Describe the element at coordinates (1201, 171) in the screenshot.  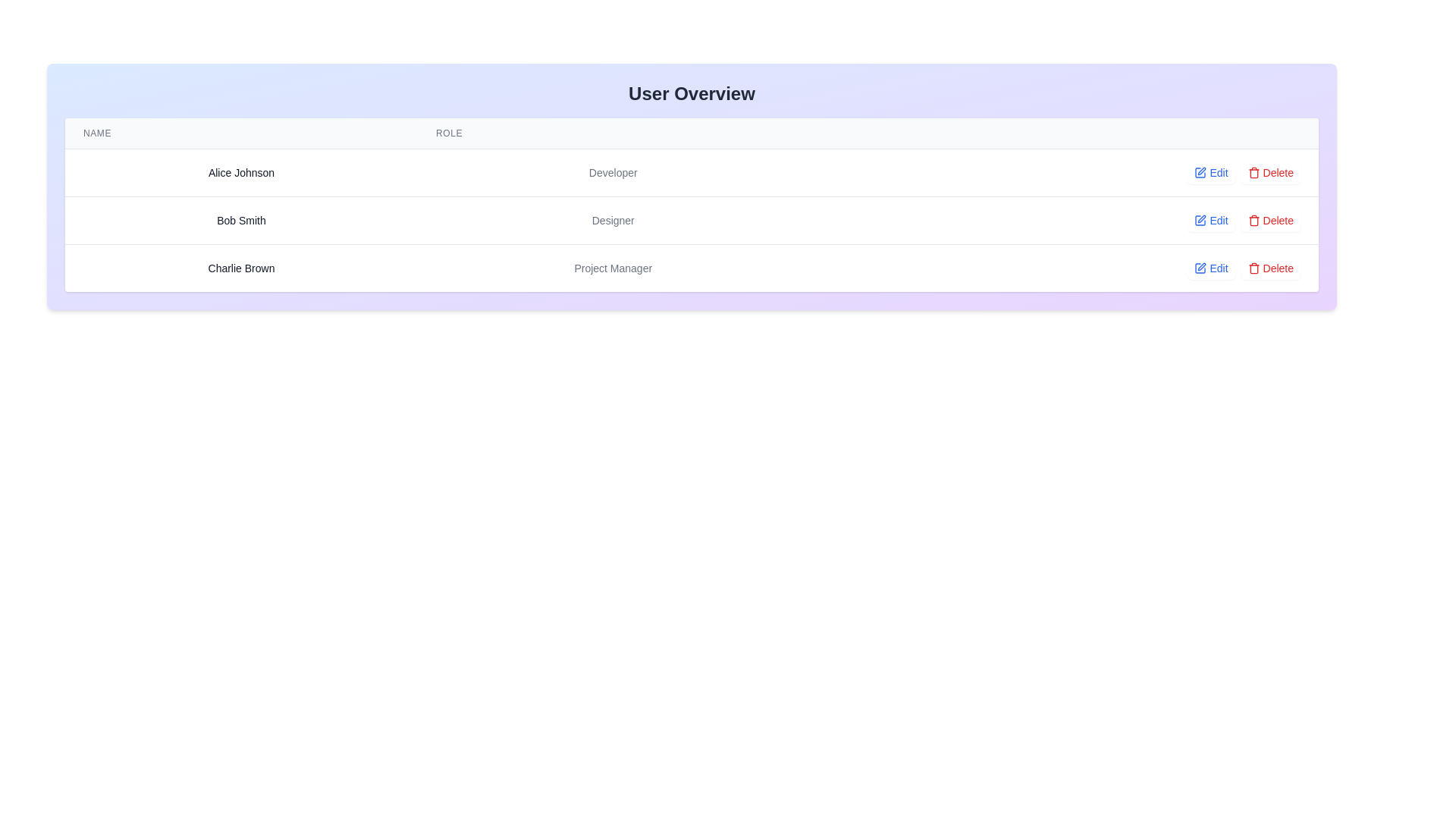
I see `the edit icon, which resembles a pen or edit tool, located at the beginning of the action buttons for the first user in the list` at that location.